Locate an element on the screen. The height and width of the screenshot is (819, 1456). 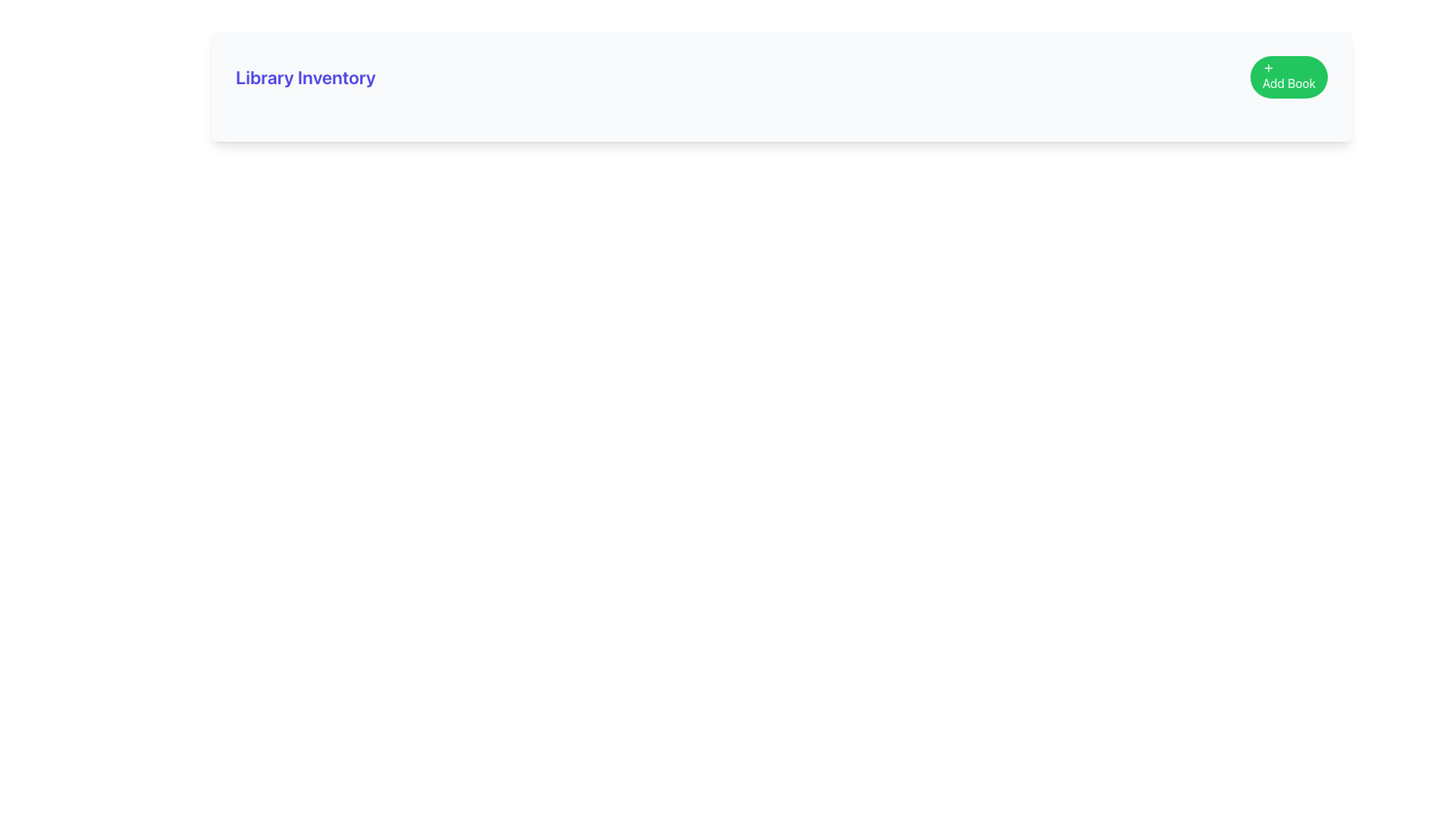
the static text header indicating the library inventory section, located at the top-left part of the interface is located at coordinates (305, 77).